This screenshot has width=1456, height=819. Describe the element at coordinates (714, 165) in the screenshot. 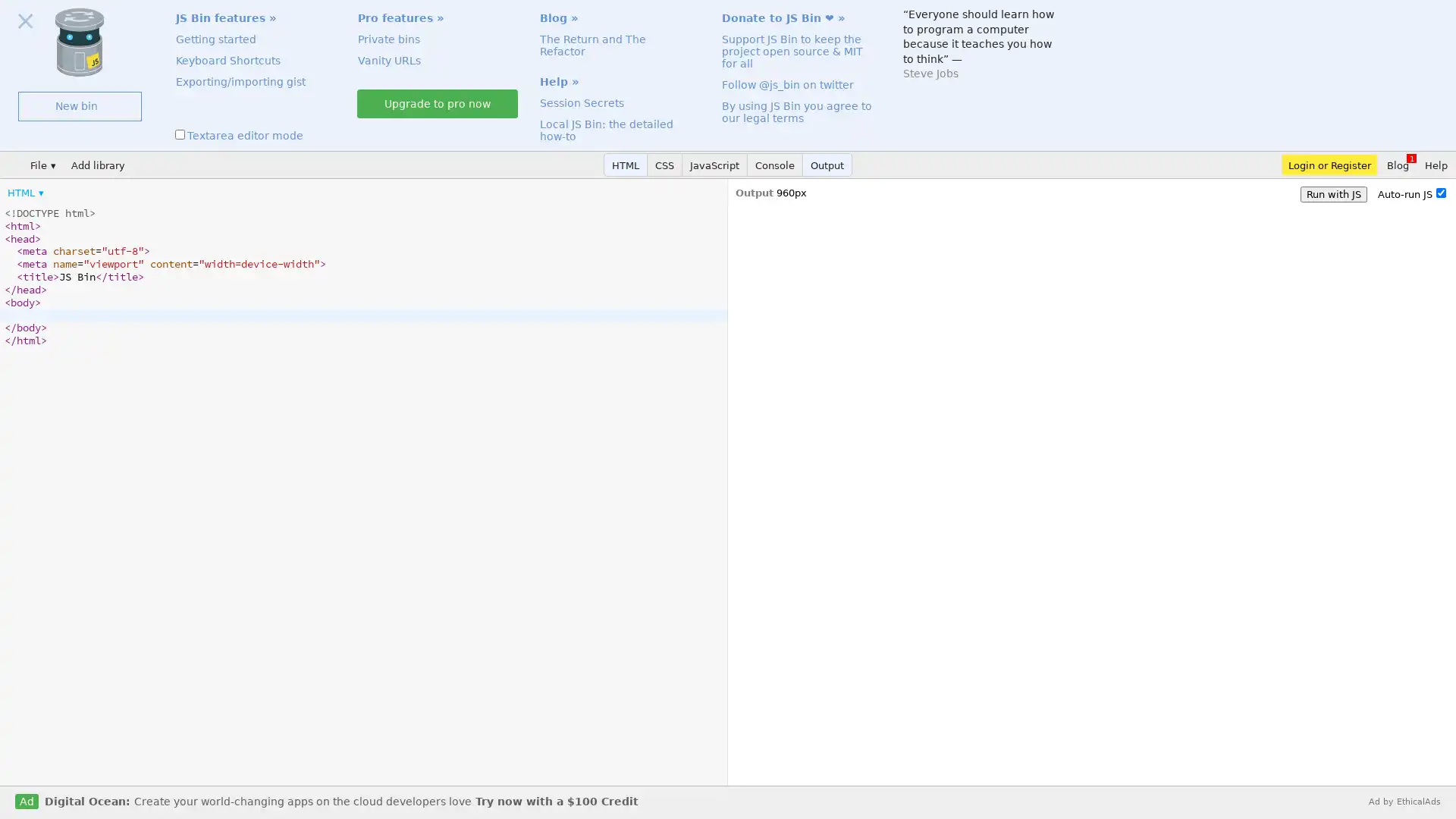

I see `JavaScript Panel: Inactive` at that location.